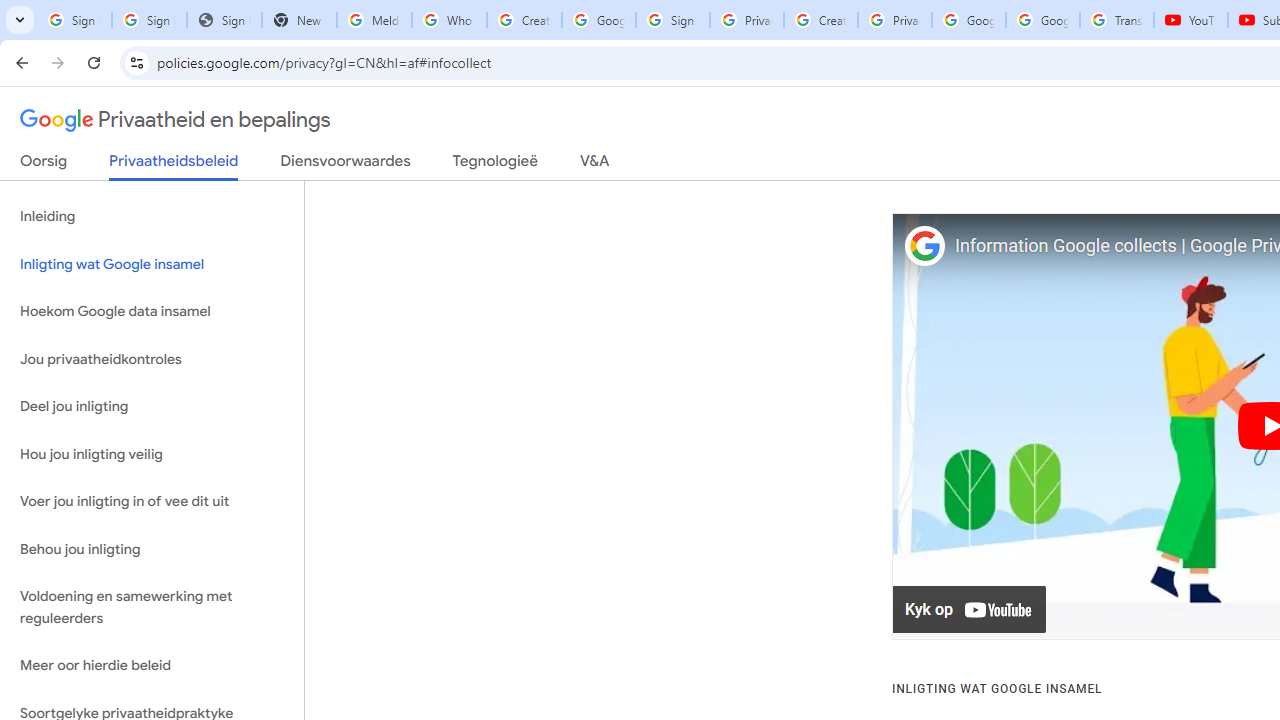 This screenshot has width=1280, height=720. Describe the element at coordinates (44, 164) in the screenshot. I see `'Oorsig'` at that location.